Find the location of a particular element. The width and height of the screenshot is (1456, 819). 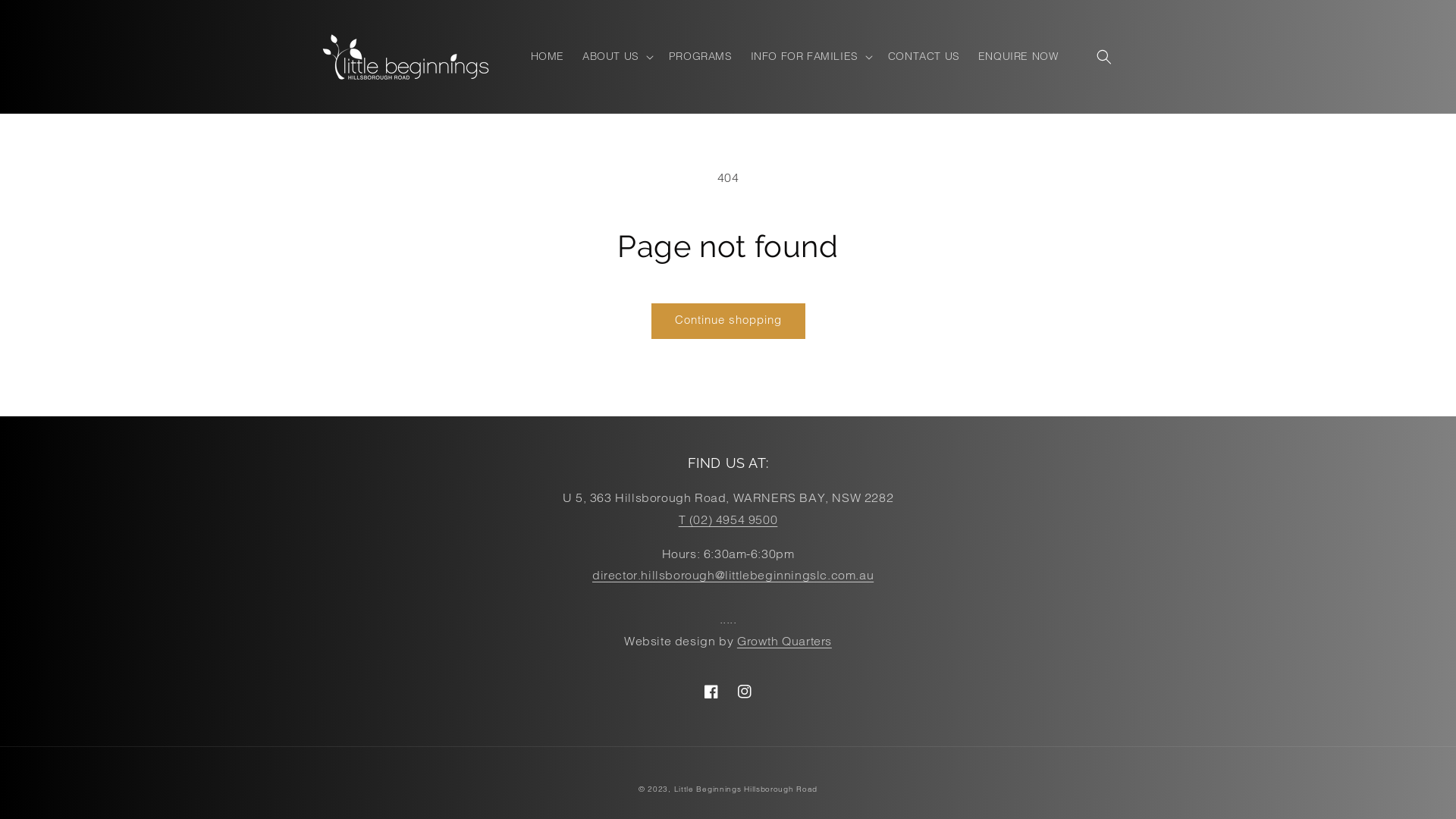

'Continue shopping' is located at coordinates (651, 320).